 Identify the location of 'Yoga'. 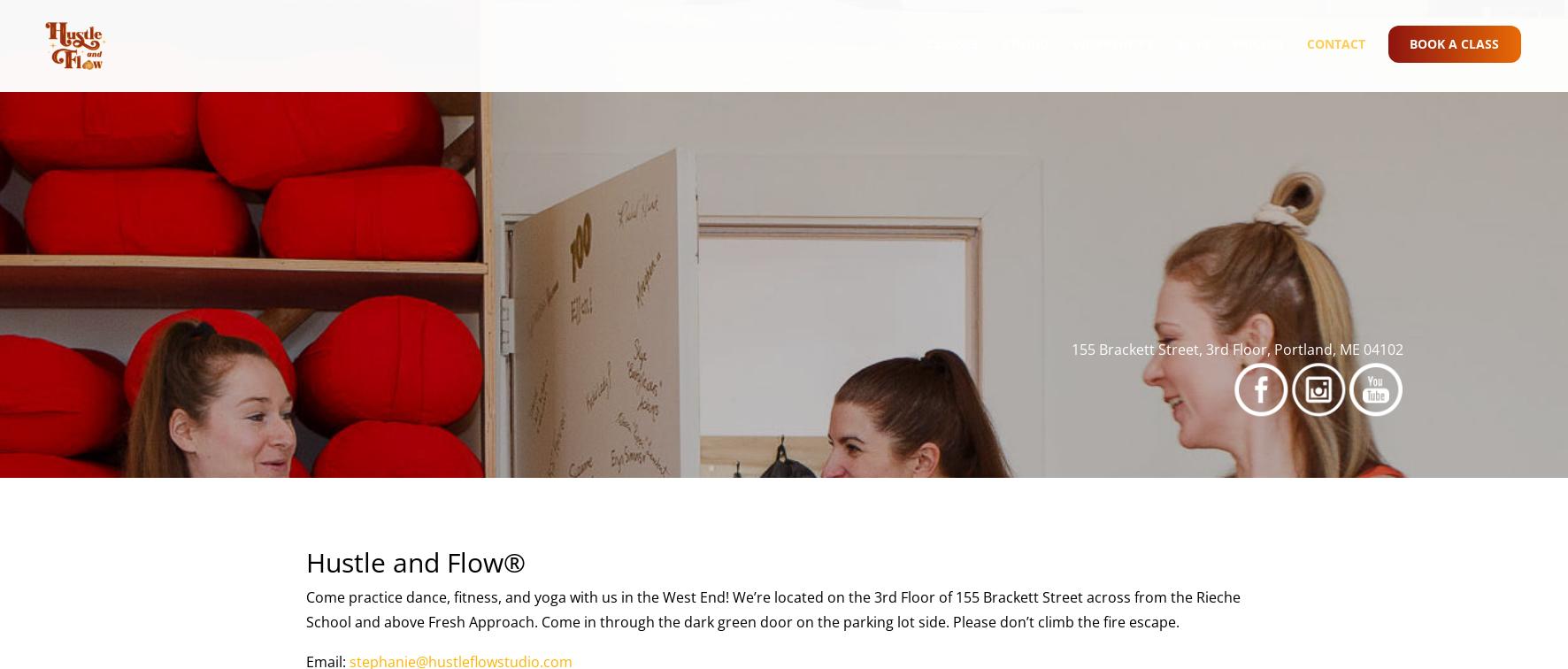
(979, 216).